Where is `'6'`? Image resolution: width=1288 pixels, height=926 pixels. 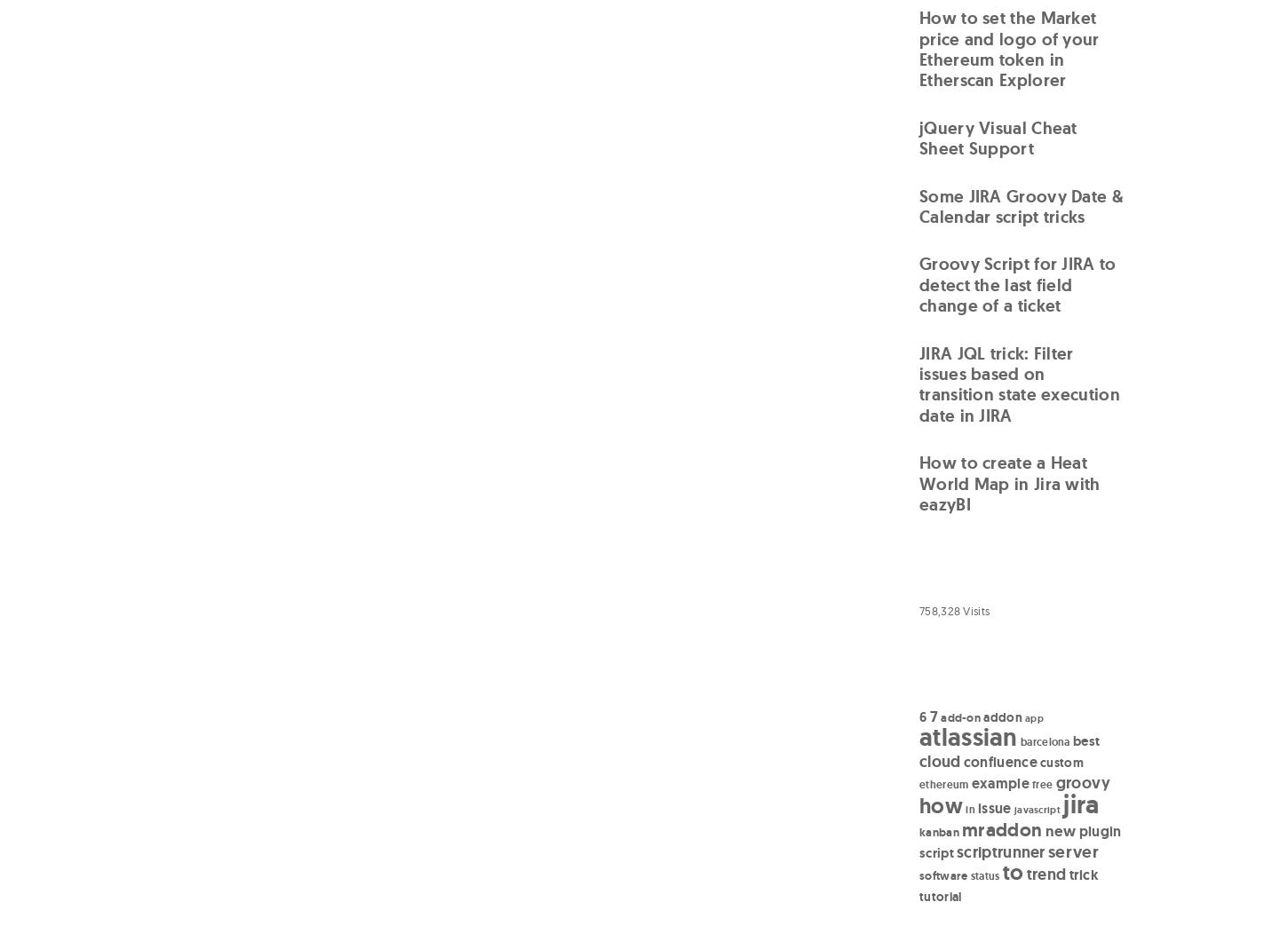
'6' is located at coordinates (923, 715).